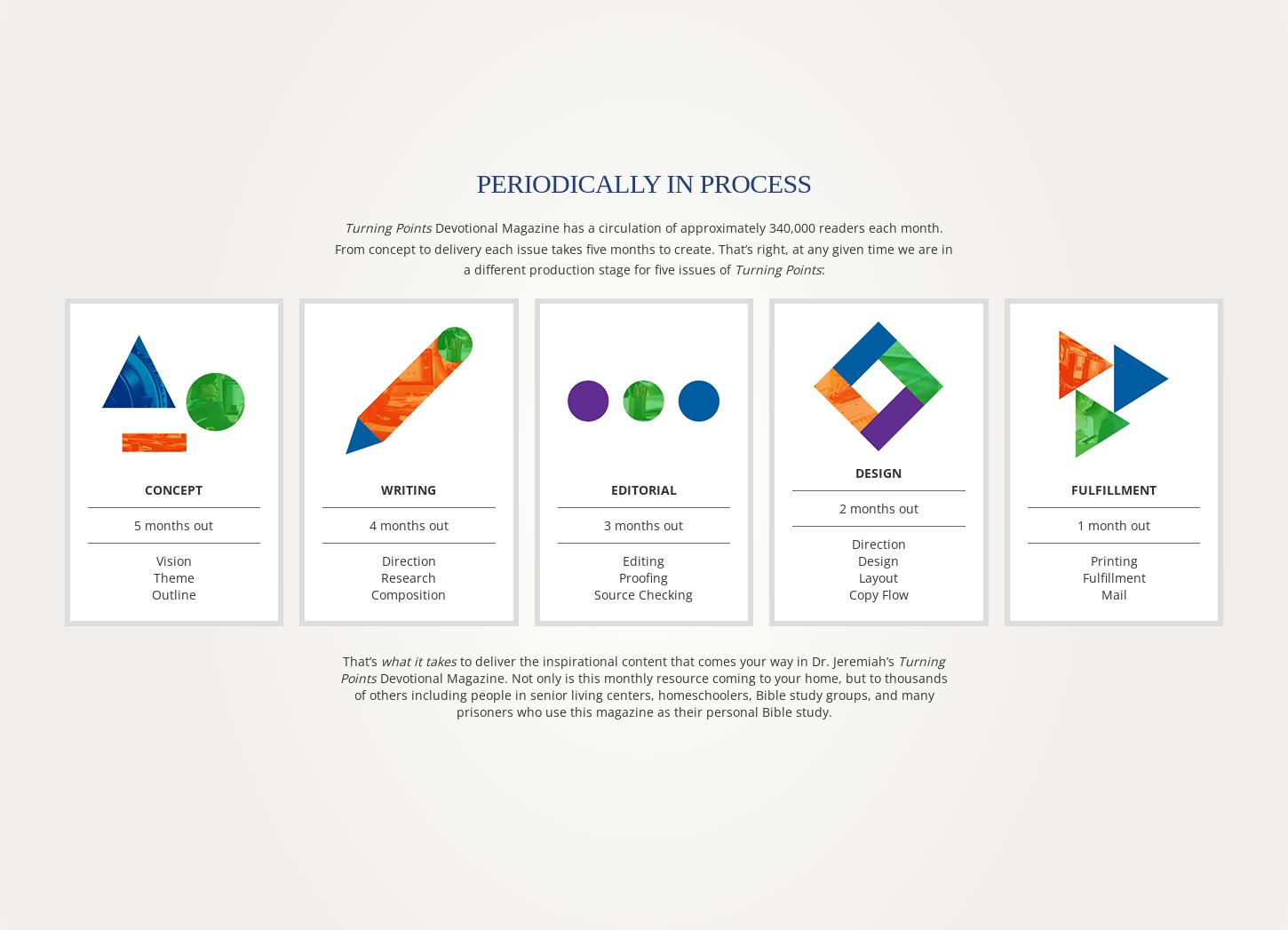 The width and height of the screenshot is (1288, 930). What do you see at coordinates (172, 489) in the screenshot?
I see `'Concept'` at bounding box center [172, 489].